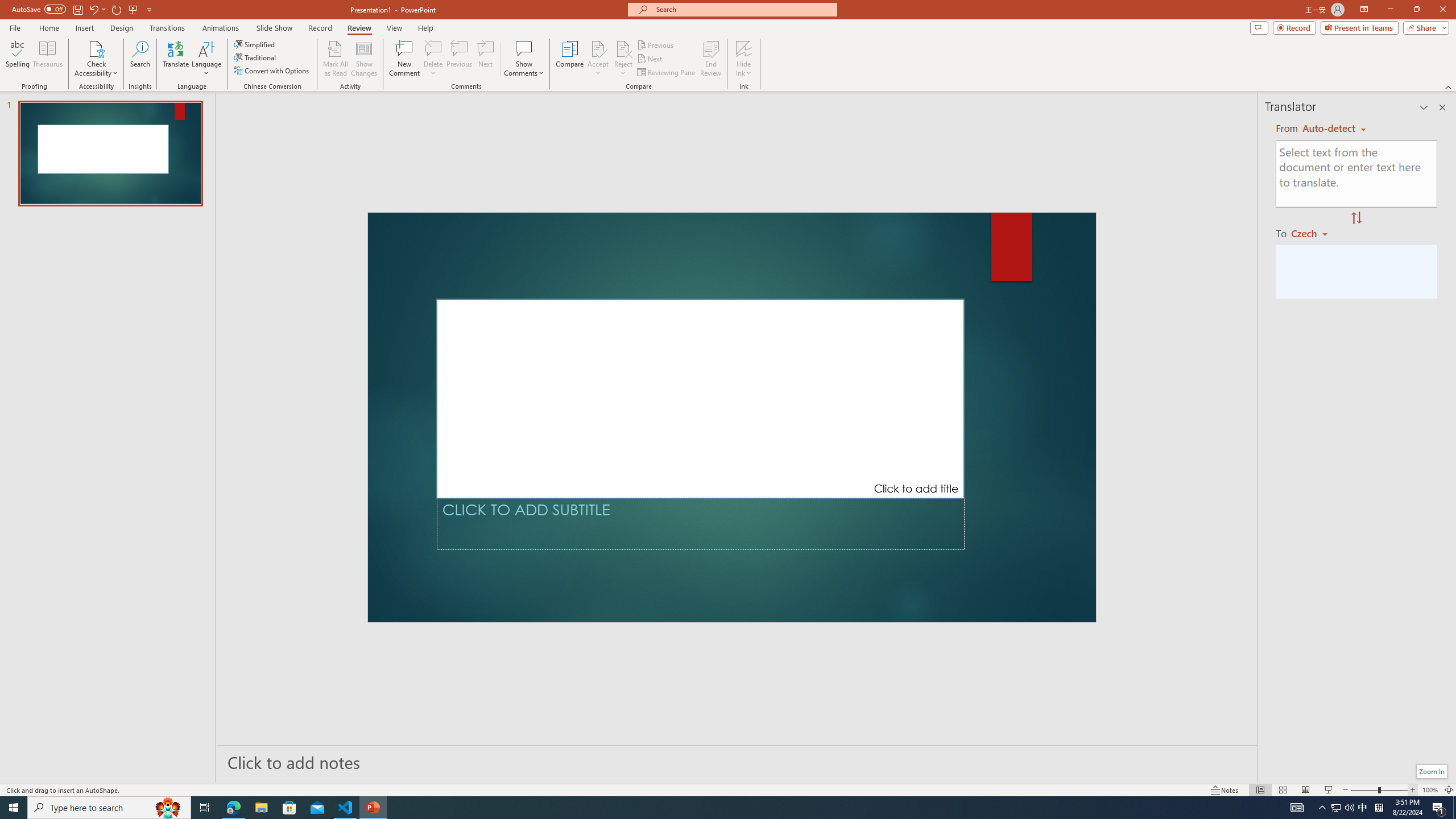  I want to click on 'Slide Sorter', so click(1282, 790).